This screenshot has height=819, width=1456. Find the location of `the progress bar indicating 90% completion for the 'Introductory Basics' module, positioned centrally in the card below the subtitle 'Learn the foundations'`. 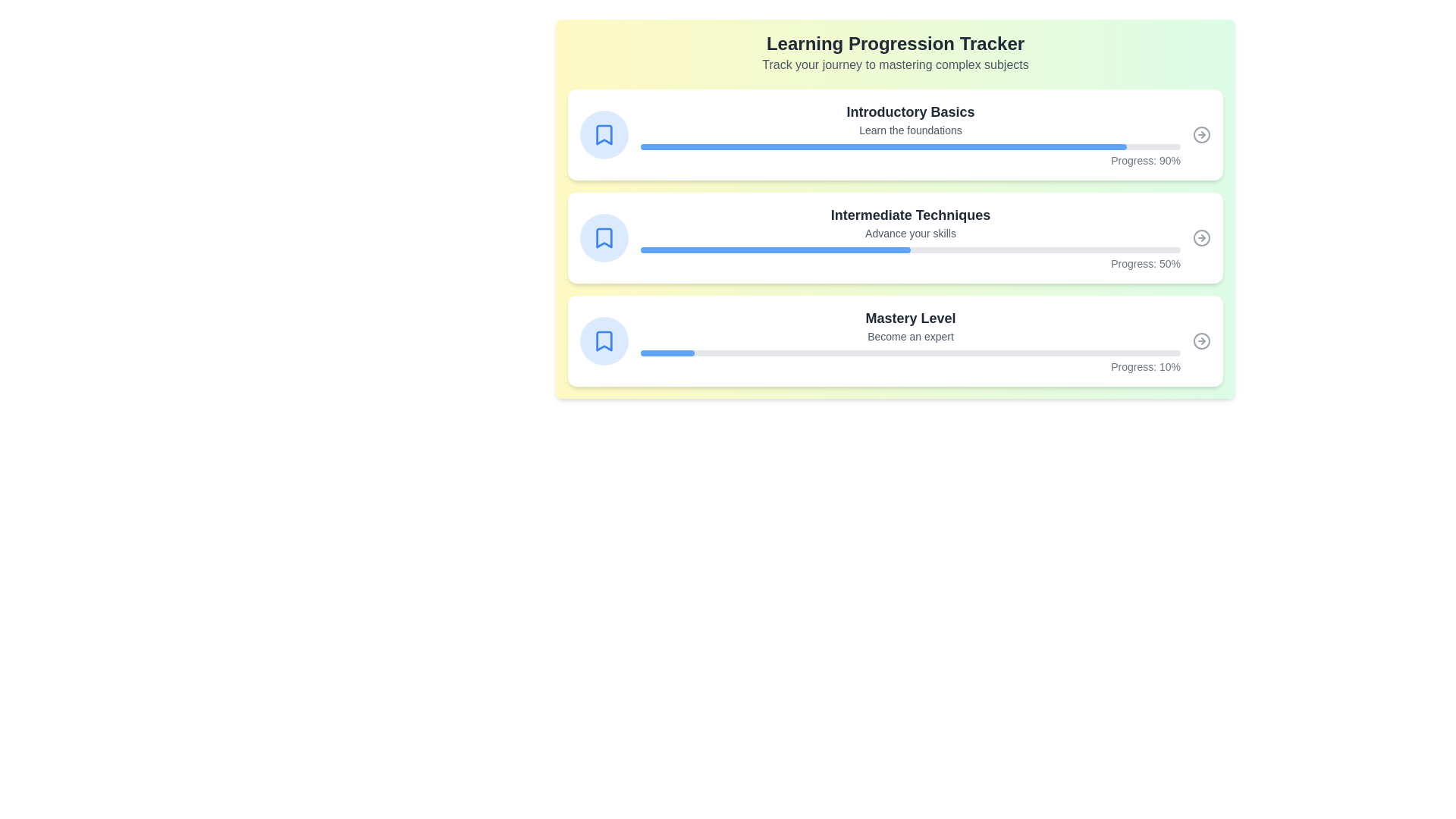

the progress bar indicating 90% completion for the 'Introductory Basics' module, positioned centrally in the card below the subtitle 'Learn the foundations' is located at coordinates (910, 146).